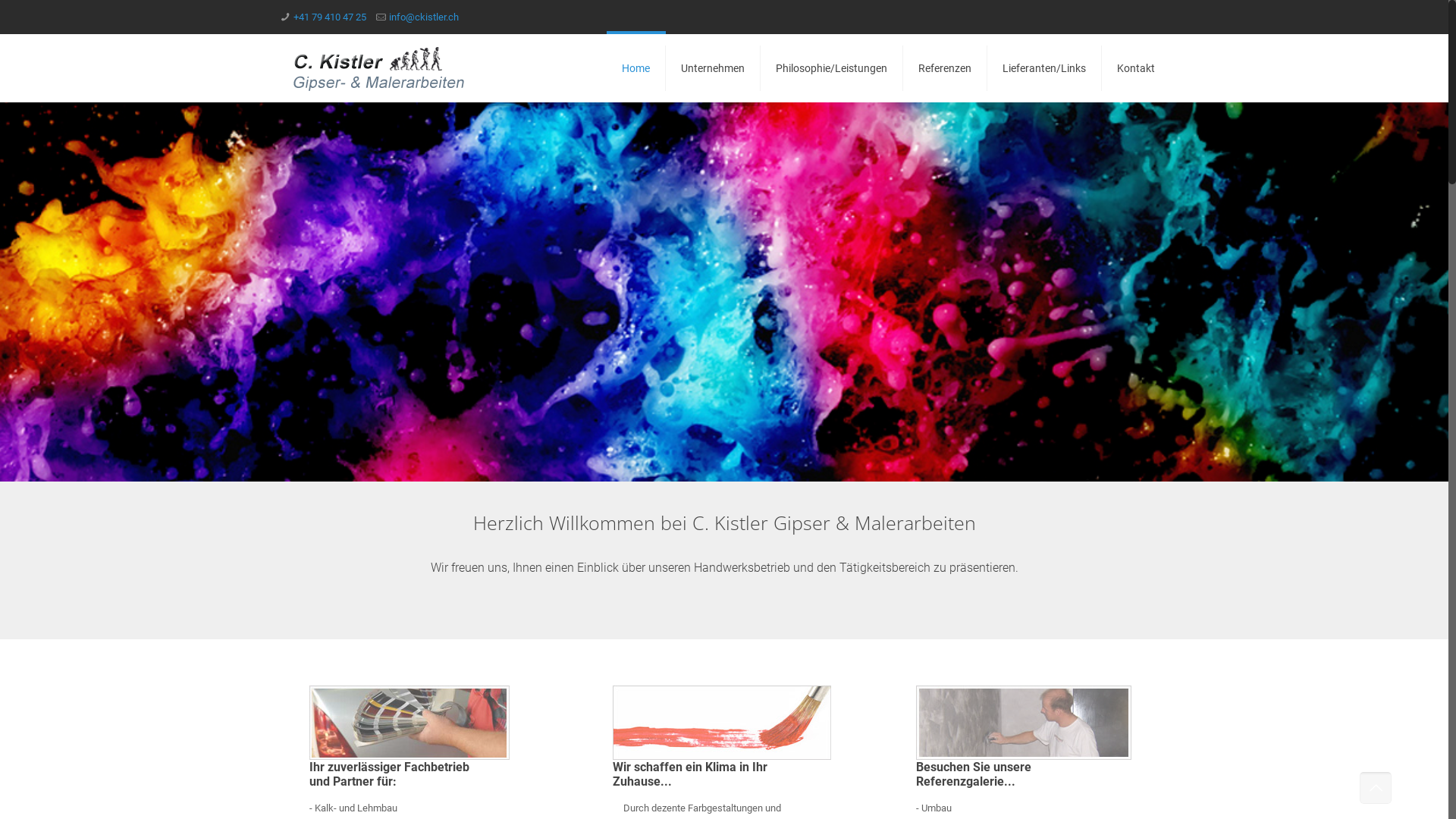 This screenshot has width=1456, height=819. Describe the element at coordinates (329, 17) in the screenshot. I see `'+41 79 410 47 25'` at that location.